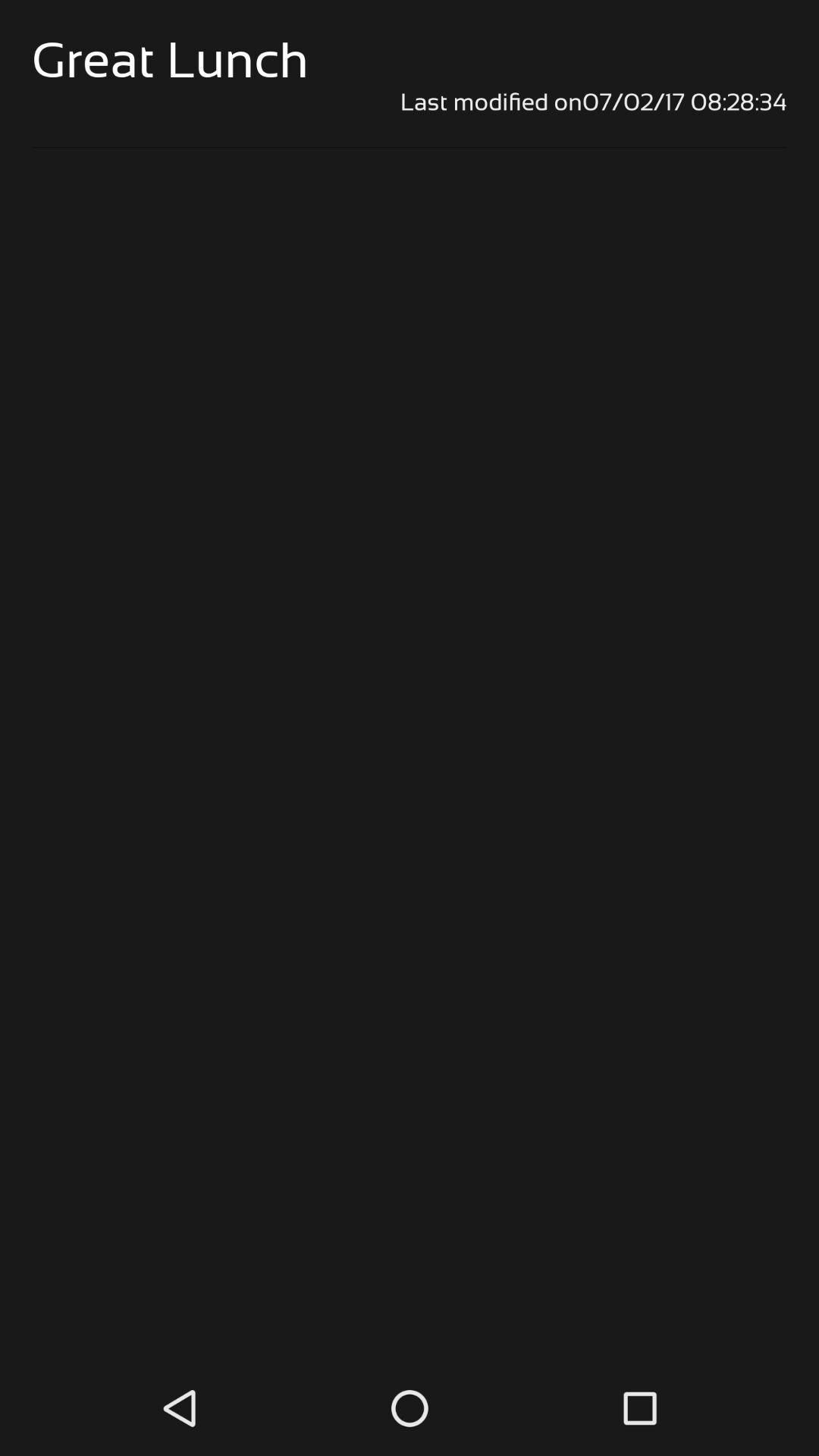 The width and height of the screenshot is (819, 1456). Describe the element at coordinates (170, 60) in the screenshot. I see `the great lunch` at that location.